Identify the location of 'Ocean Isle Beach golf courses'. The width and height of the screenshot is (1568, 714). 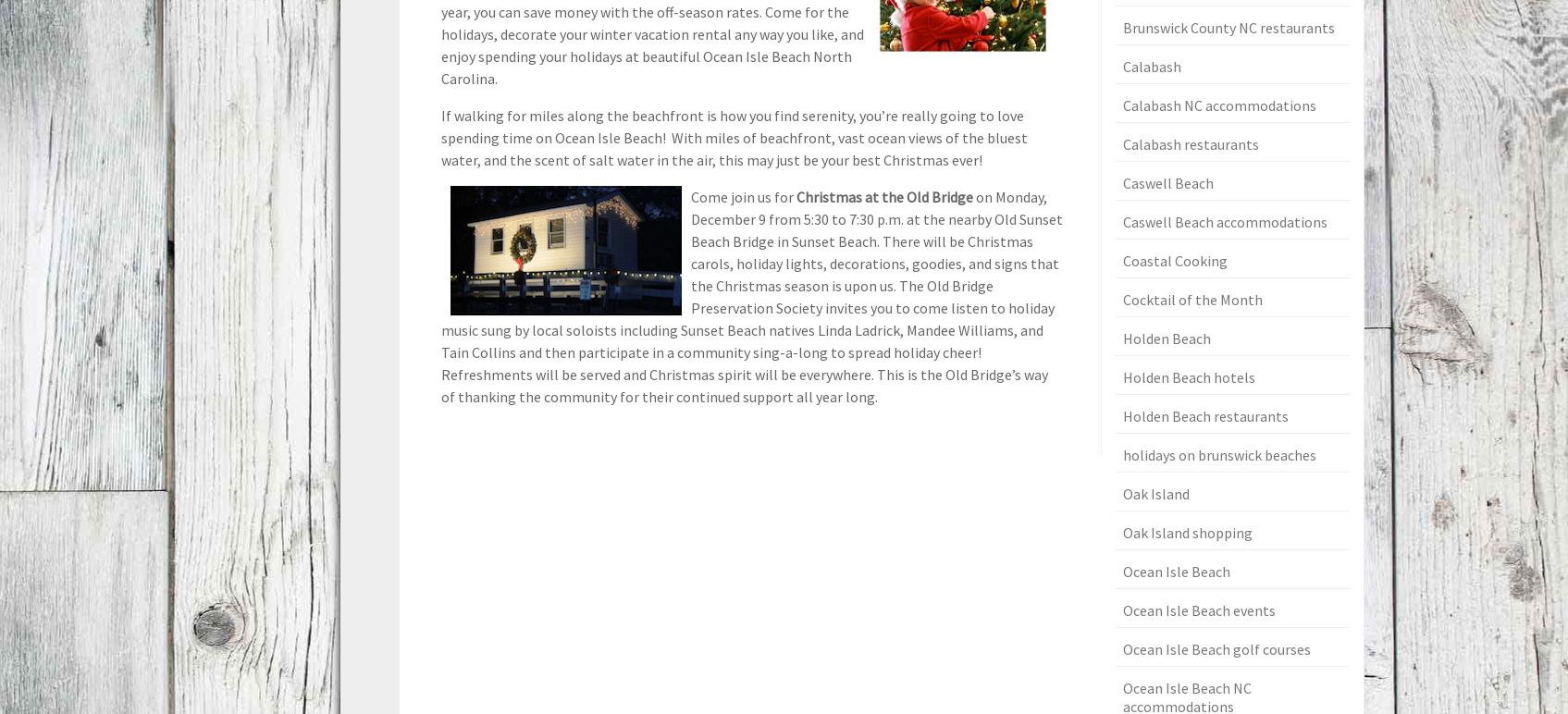
(1216, 646).